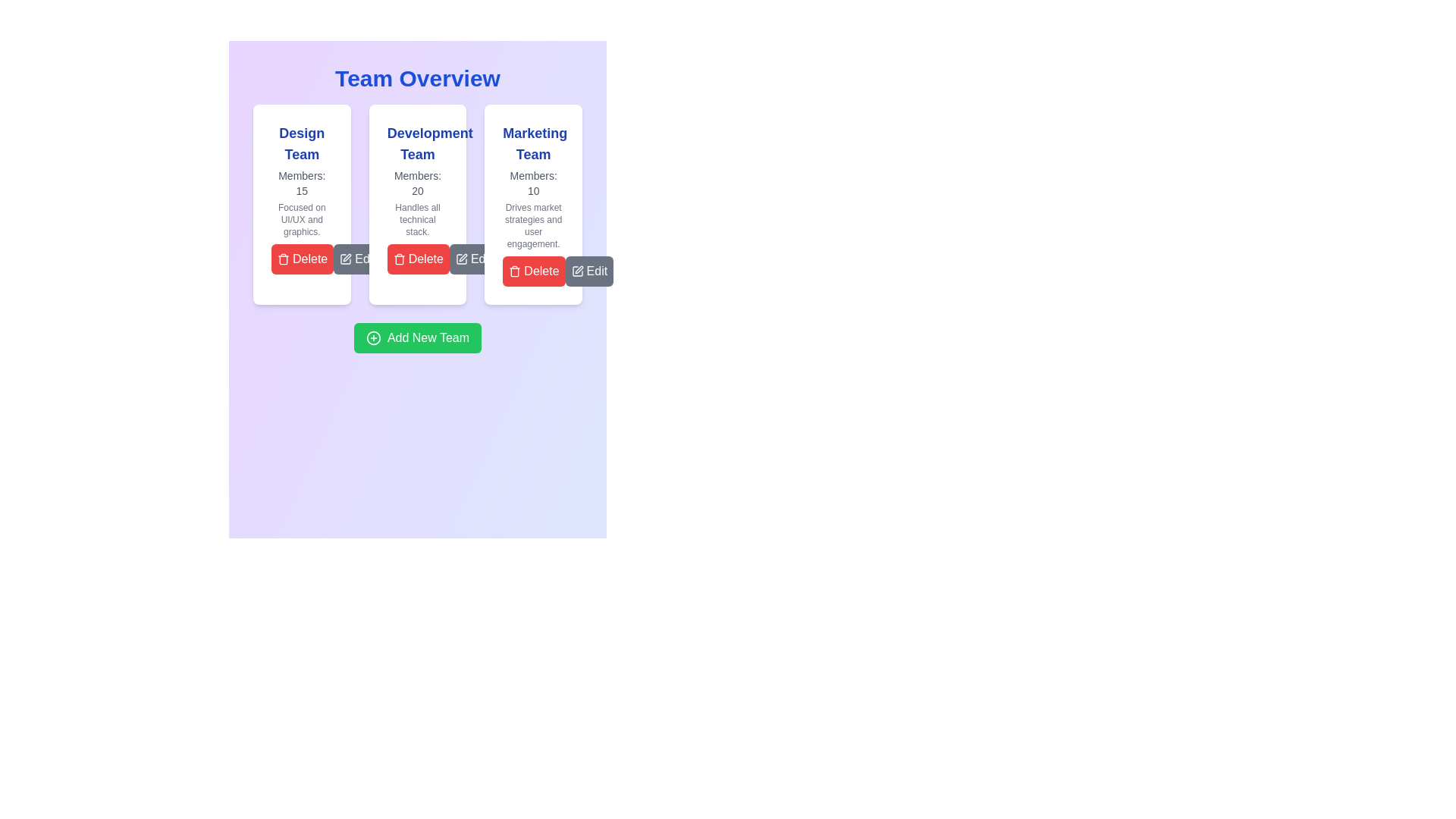 Image resolution: width=1456 pixels, height=819 pixels. I want to click on the small pen icon within the 'Edit' button group of the middle card labeled 'Development Team', so click(347, 256).